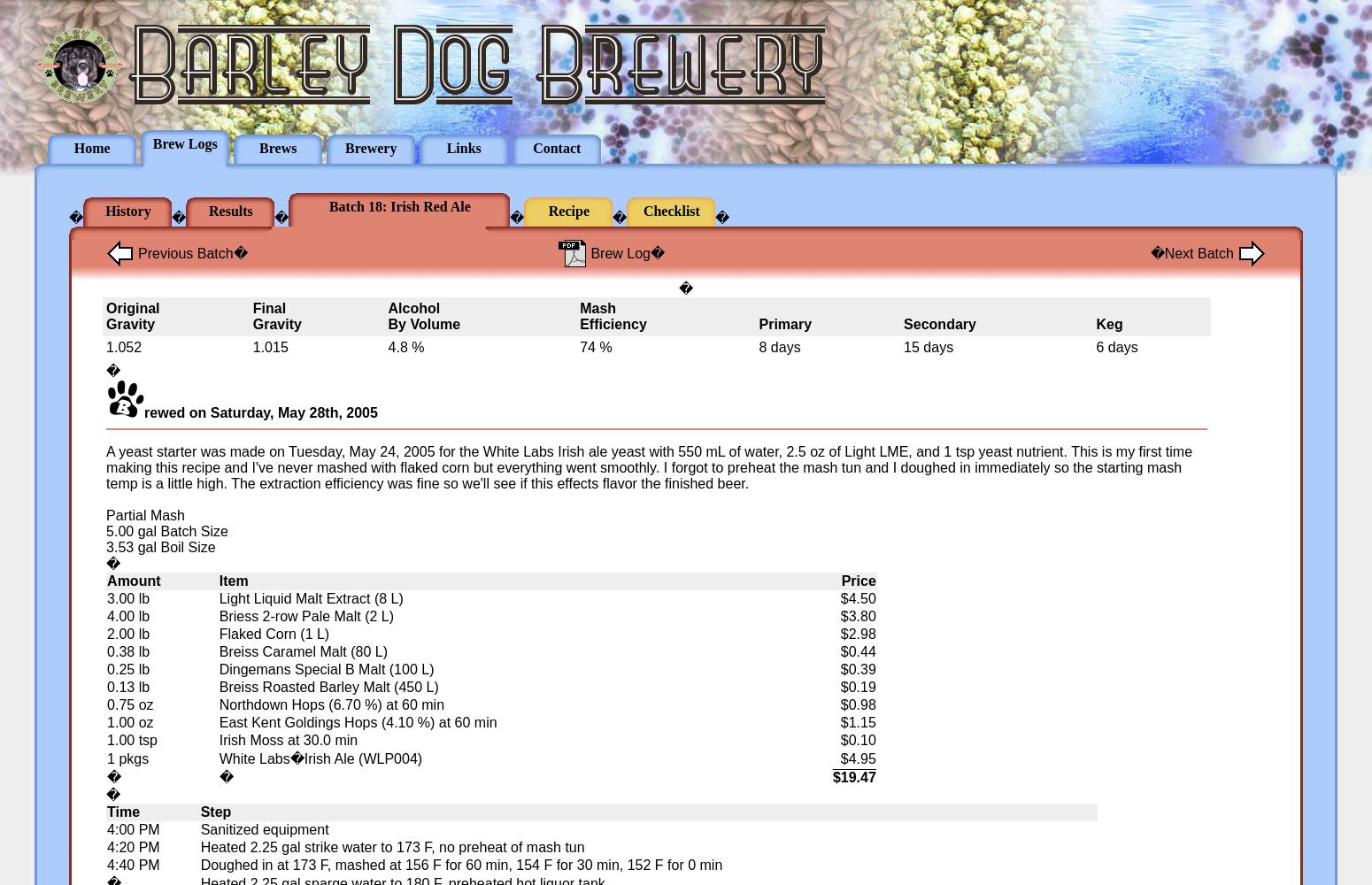 Image resolution: width=1372 pixels, height=885 pixels. Describe the element at coordinates (548, 210) in the screenshot. I see `'Recipe'` at that location.